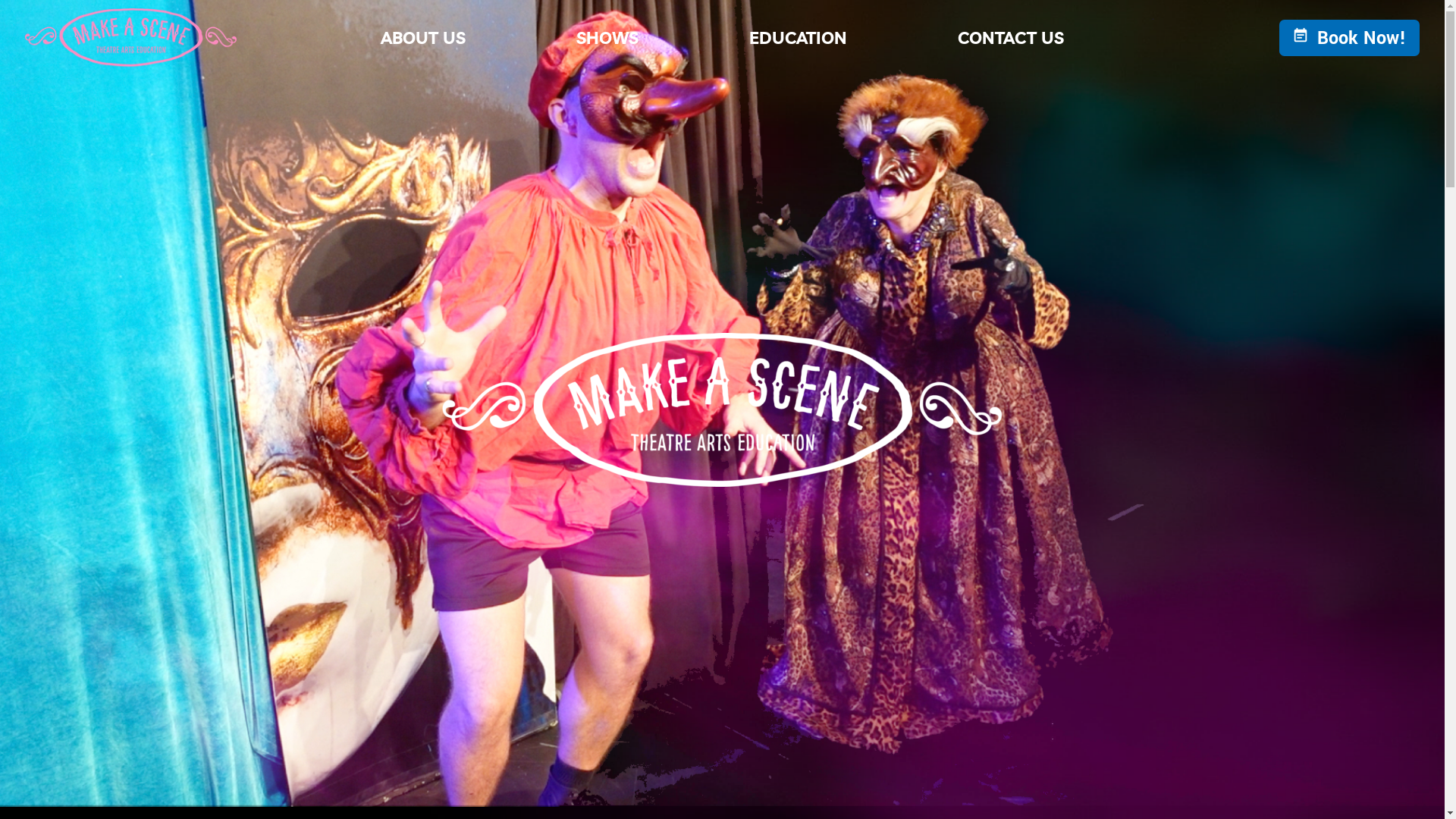 The width and height of the screenshot is (1456, 819). Describe the element at coordinates (548, 37) in the screenshot. I see `'SHOWS'` at that location.